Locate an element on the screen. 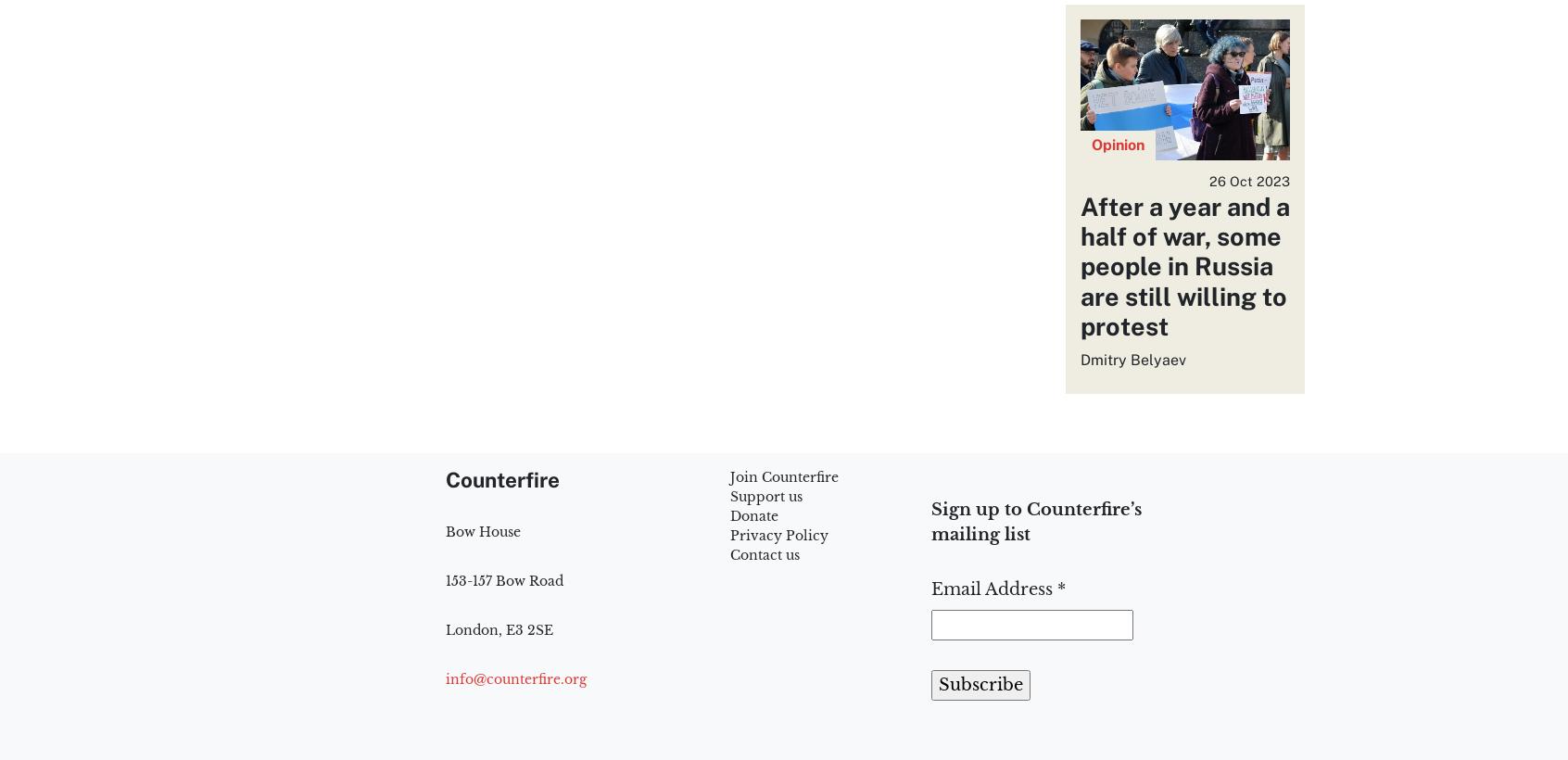  'Join Counterfire' is located at coordinates (728, 475).